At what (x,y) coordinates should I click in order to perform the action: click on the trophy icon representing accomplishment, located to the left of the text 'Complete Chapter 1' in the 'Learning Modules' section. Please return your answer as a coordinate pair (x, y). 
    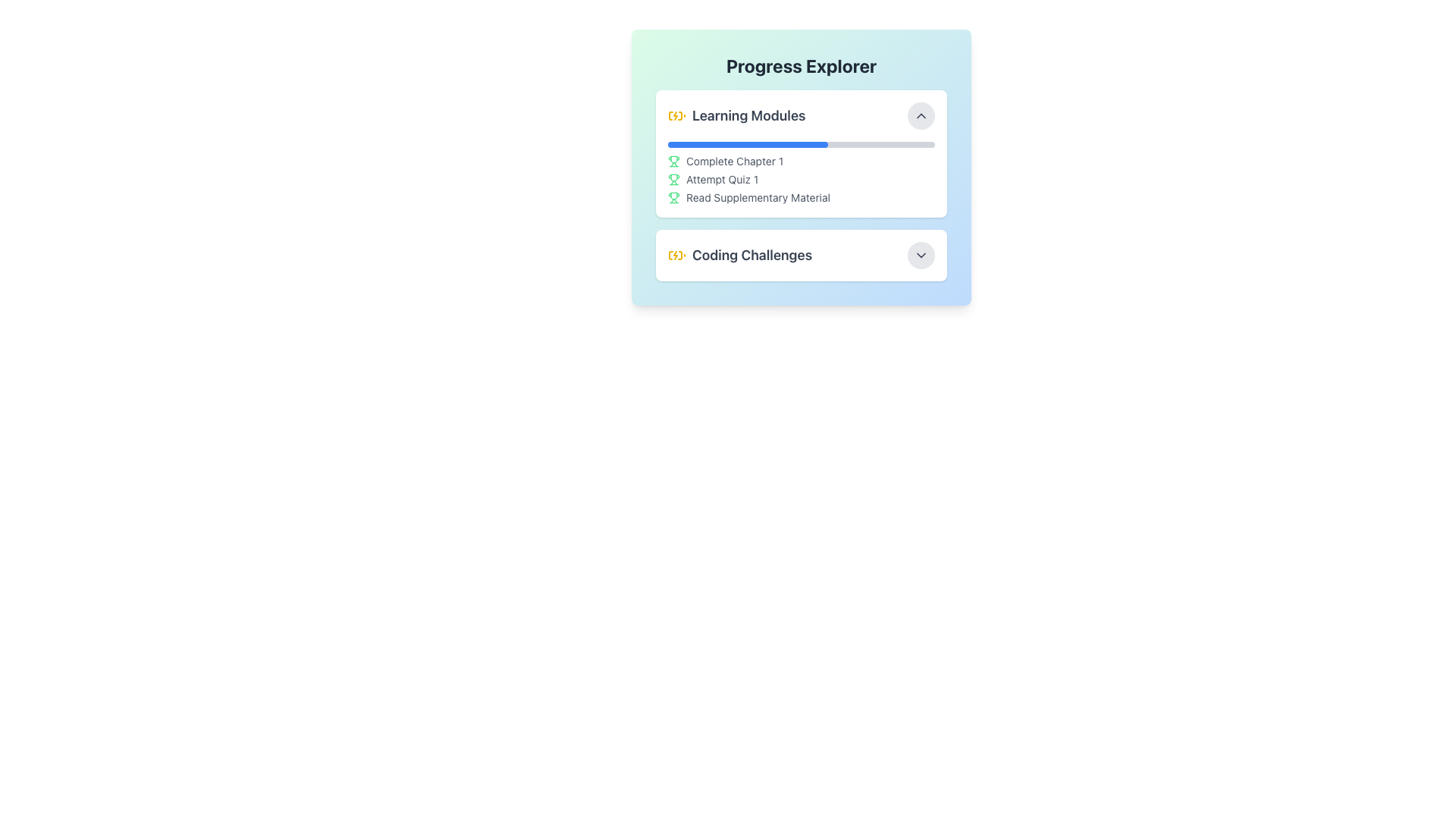
    Looking at the image, I should click on (673, 161).